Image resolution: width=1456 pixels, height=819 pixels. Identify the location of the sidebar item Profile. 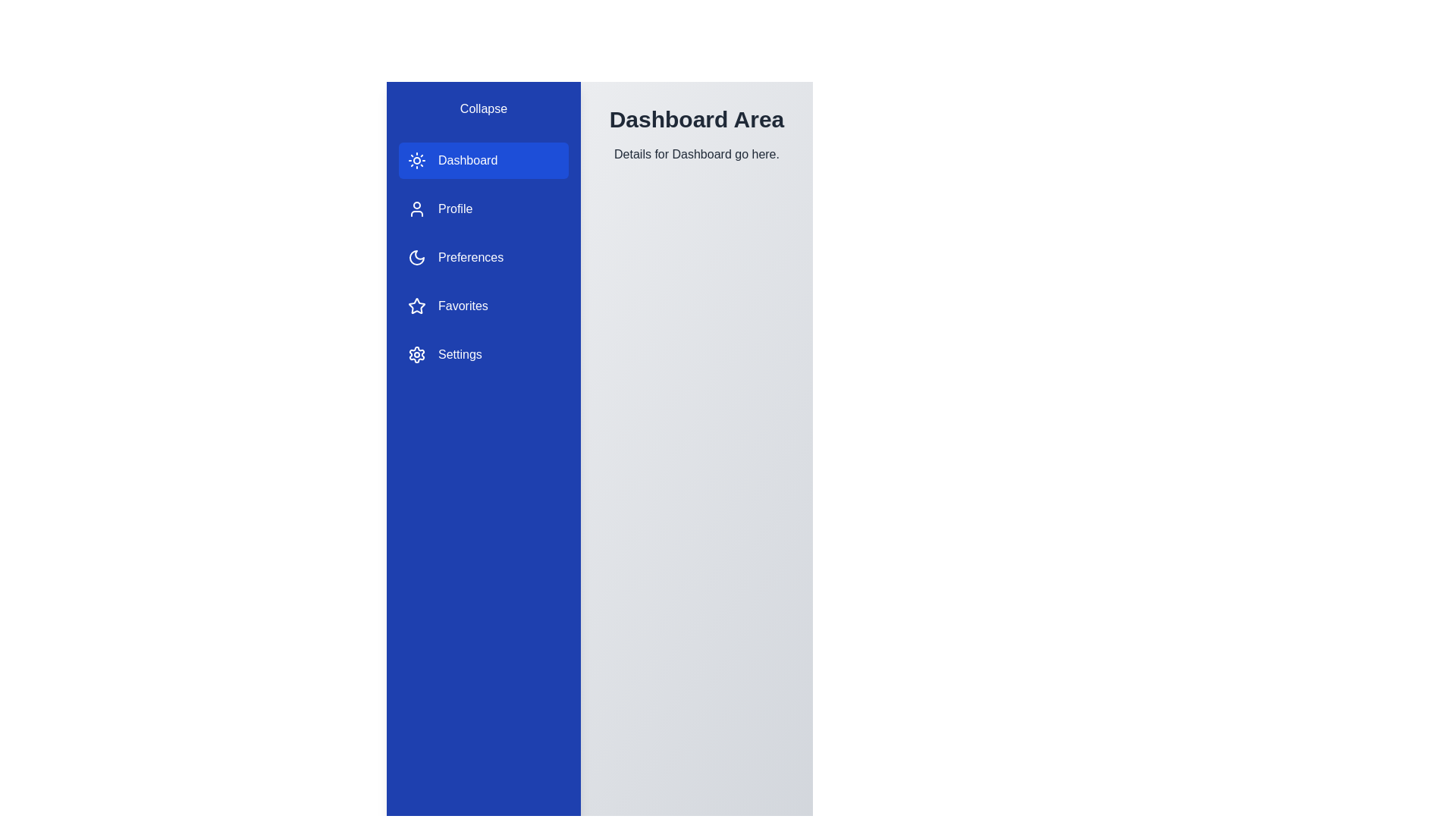
(483, 209).